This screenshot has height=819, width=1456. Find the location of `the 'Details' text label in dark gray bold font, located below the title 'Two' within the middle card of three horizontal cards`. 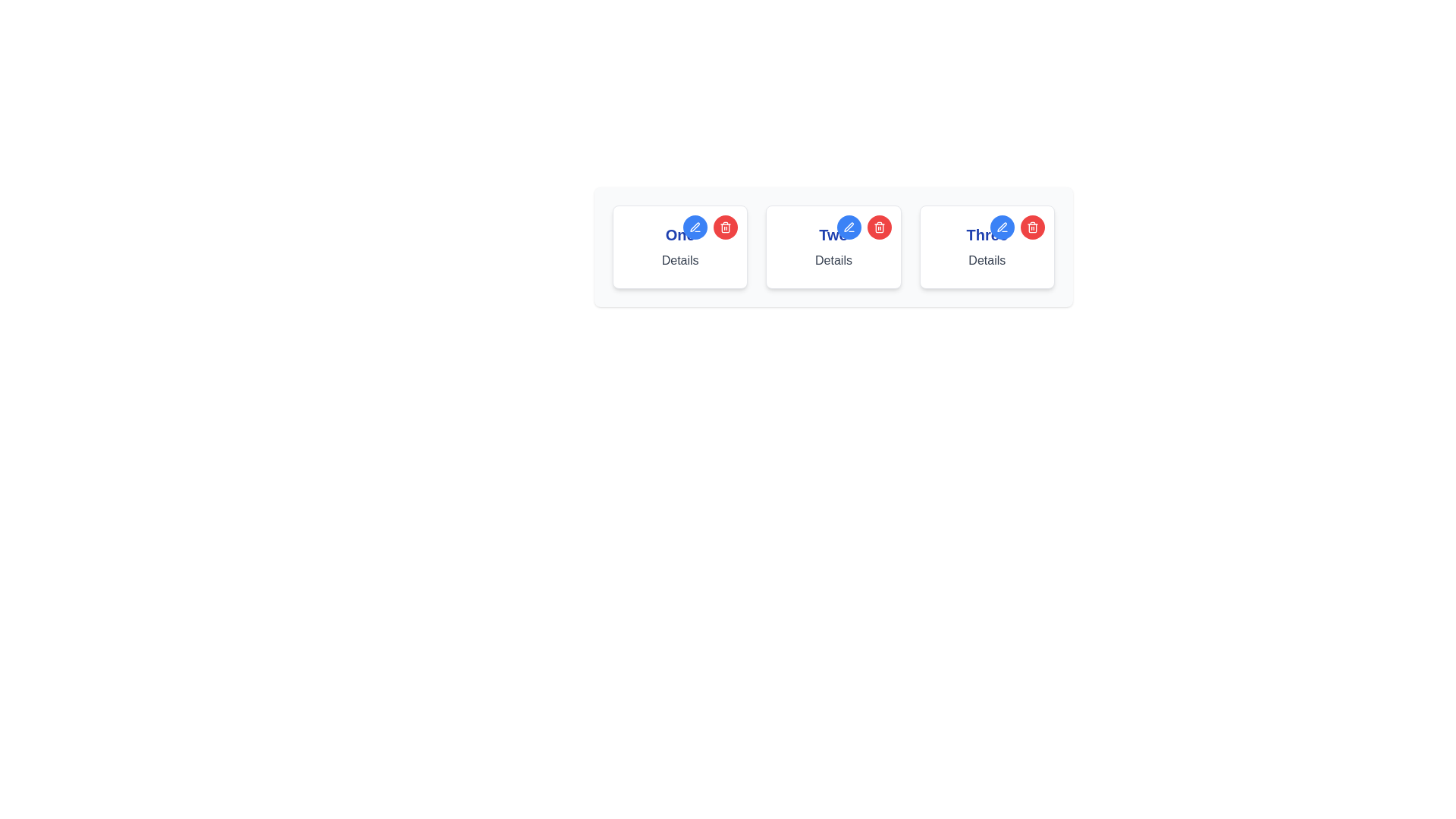

the 'Details' text label in dark gray bold font, located below the title 'Two' within the middle card of three horizontal cards is located at coordinates (833, 259).